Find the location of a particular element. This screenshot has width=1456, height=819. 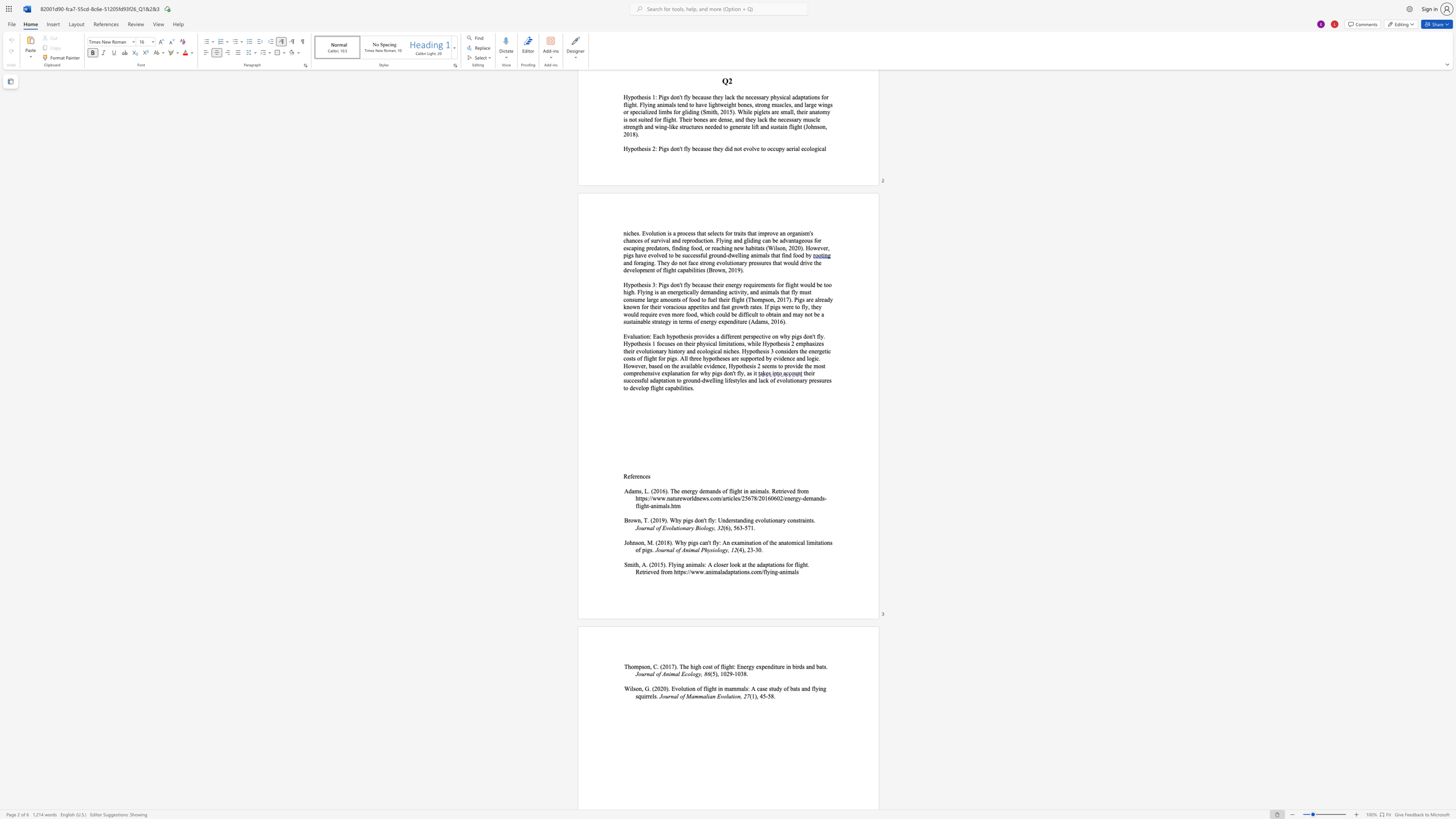

the subset text "038" within the text "(5), 1029-1038." is located at coordinates (737, 673).